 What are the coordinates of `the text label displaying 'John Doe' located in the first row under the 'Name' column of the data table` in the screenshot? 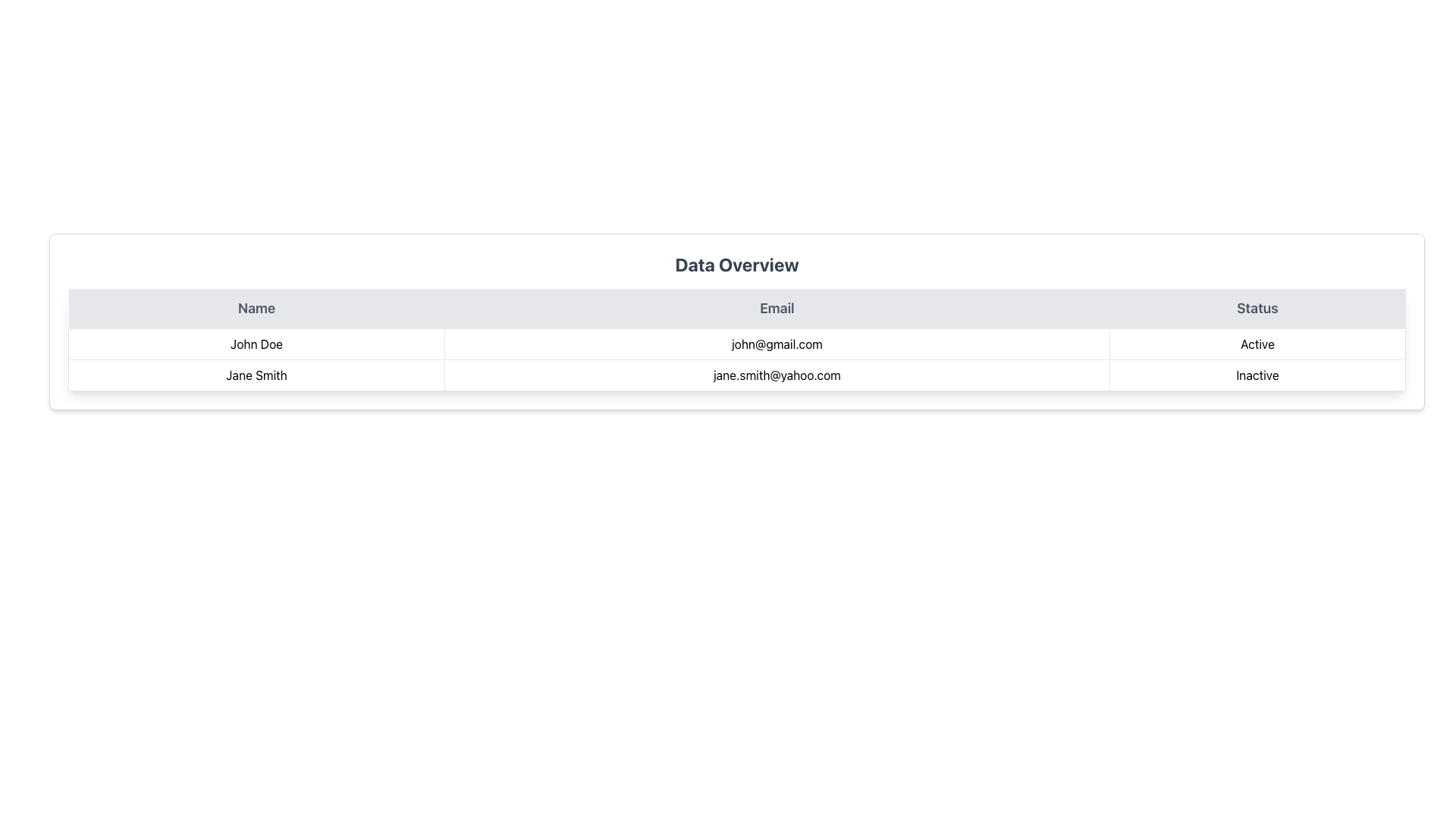 It's located at (256, 344).